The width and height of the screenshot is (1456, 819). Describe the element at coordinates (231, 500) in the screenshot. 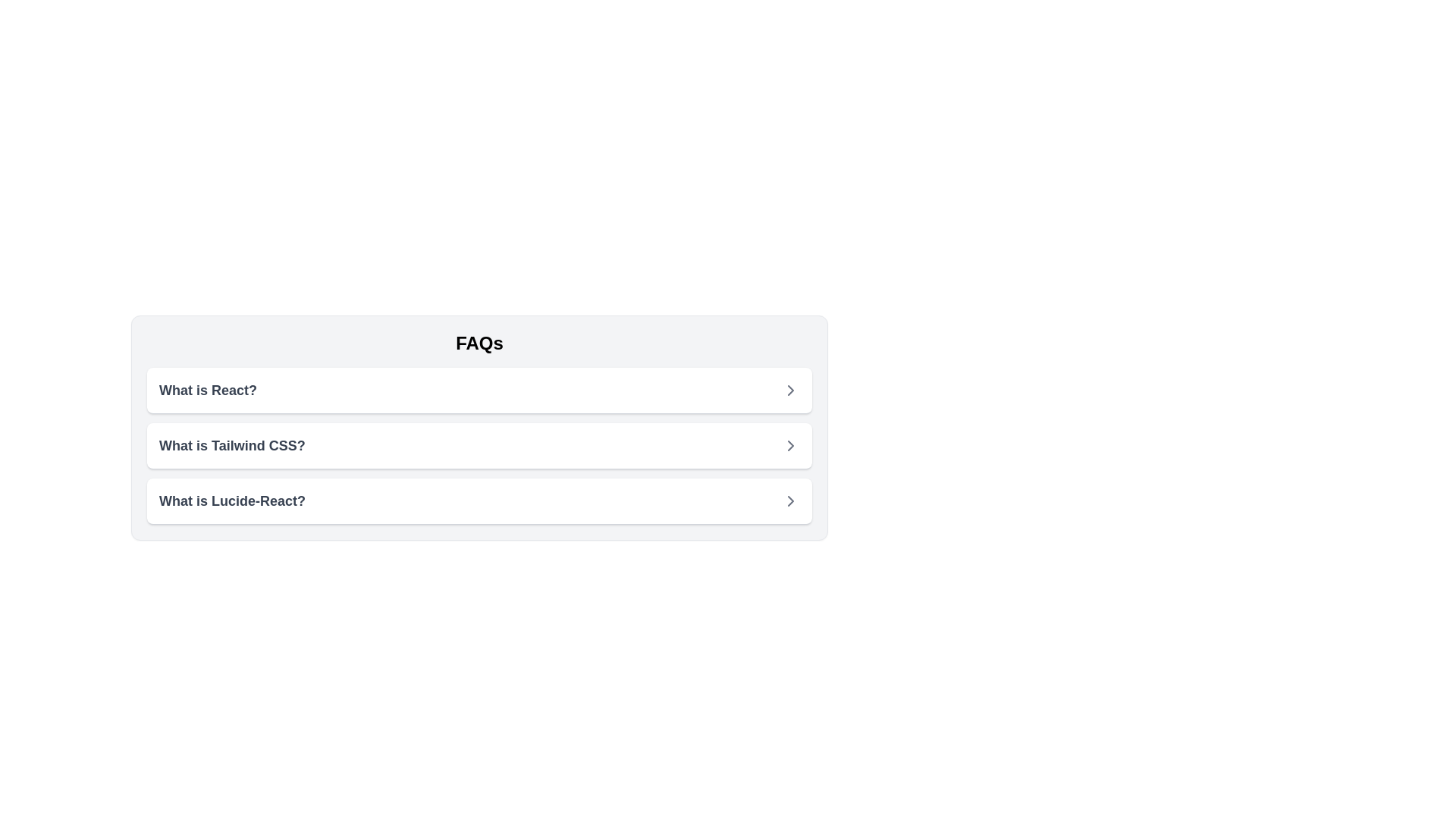

I see `the text label that reads 'What is Lucide-React?' located in the third row of the FAQ list to possibly see additional effects` at that location.